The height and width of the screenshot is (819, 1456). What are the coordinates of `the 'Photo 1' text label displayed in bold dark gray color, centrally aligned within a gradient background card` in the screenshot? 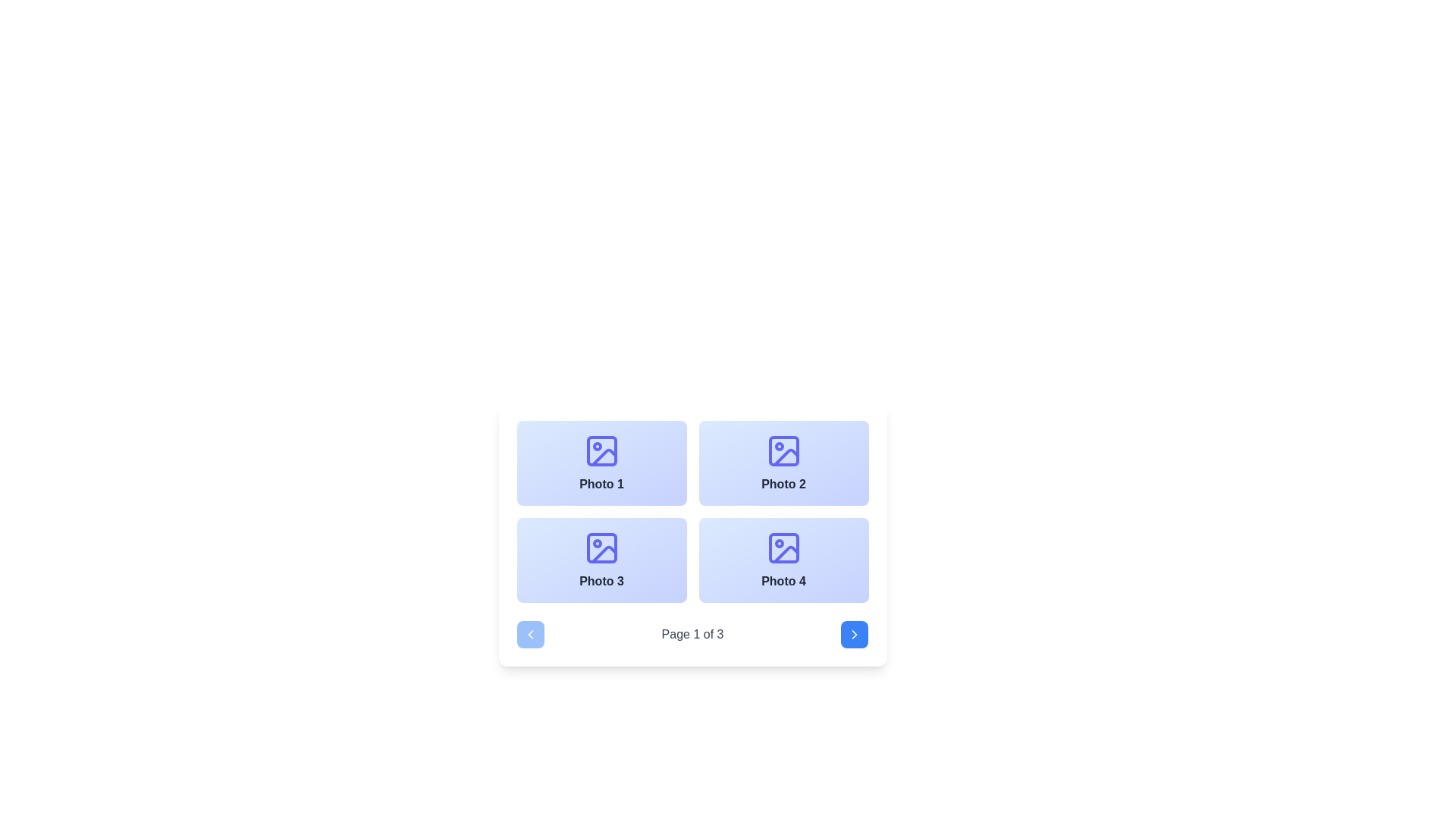 It's located at (601, 485).